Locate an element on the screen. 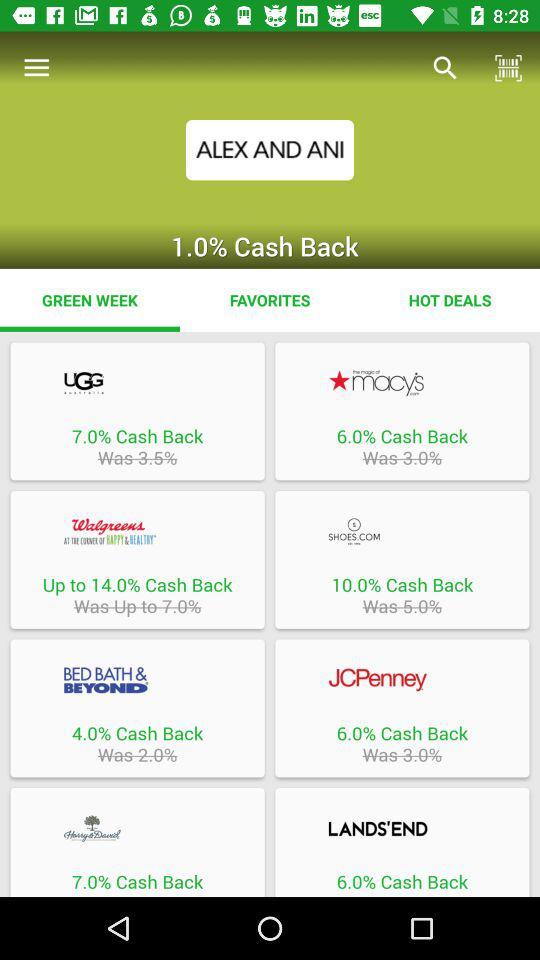 This screenshot has width=540, height=960. retailer is located at coordinates (402, 382).